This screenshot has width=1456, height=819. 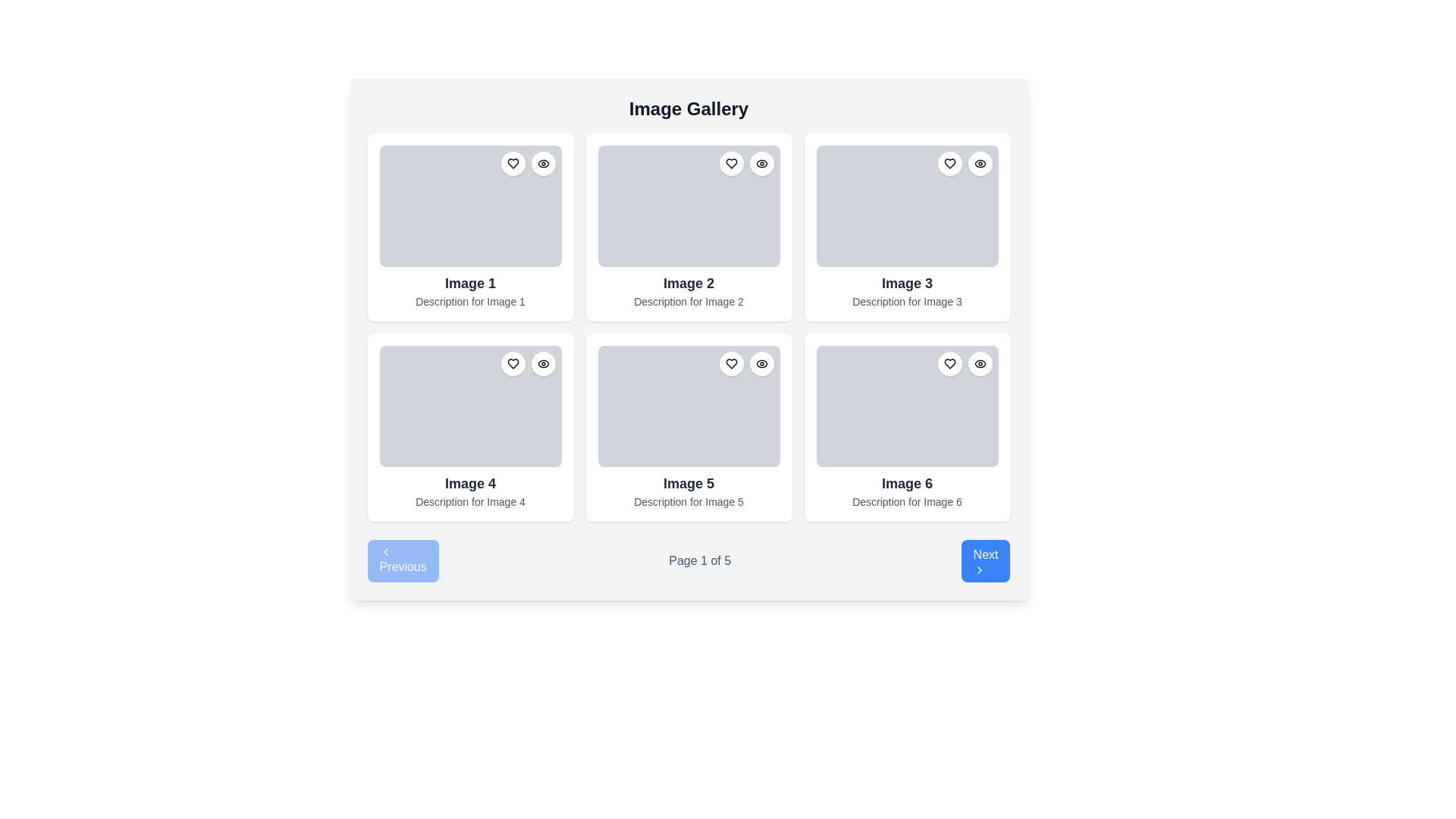 What do you see at coordinates (688, 227) in the screenshot?
I see `the card component titled 'Image 2' in the 'Image Gallery' section` at bounding box center [688, 227].